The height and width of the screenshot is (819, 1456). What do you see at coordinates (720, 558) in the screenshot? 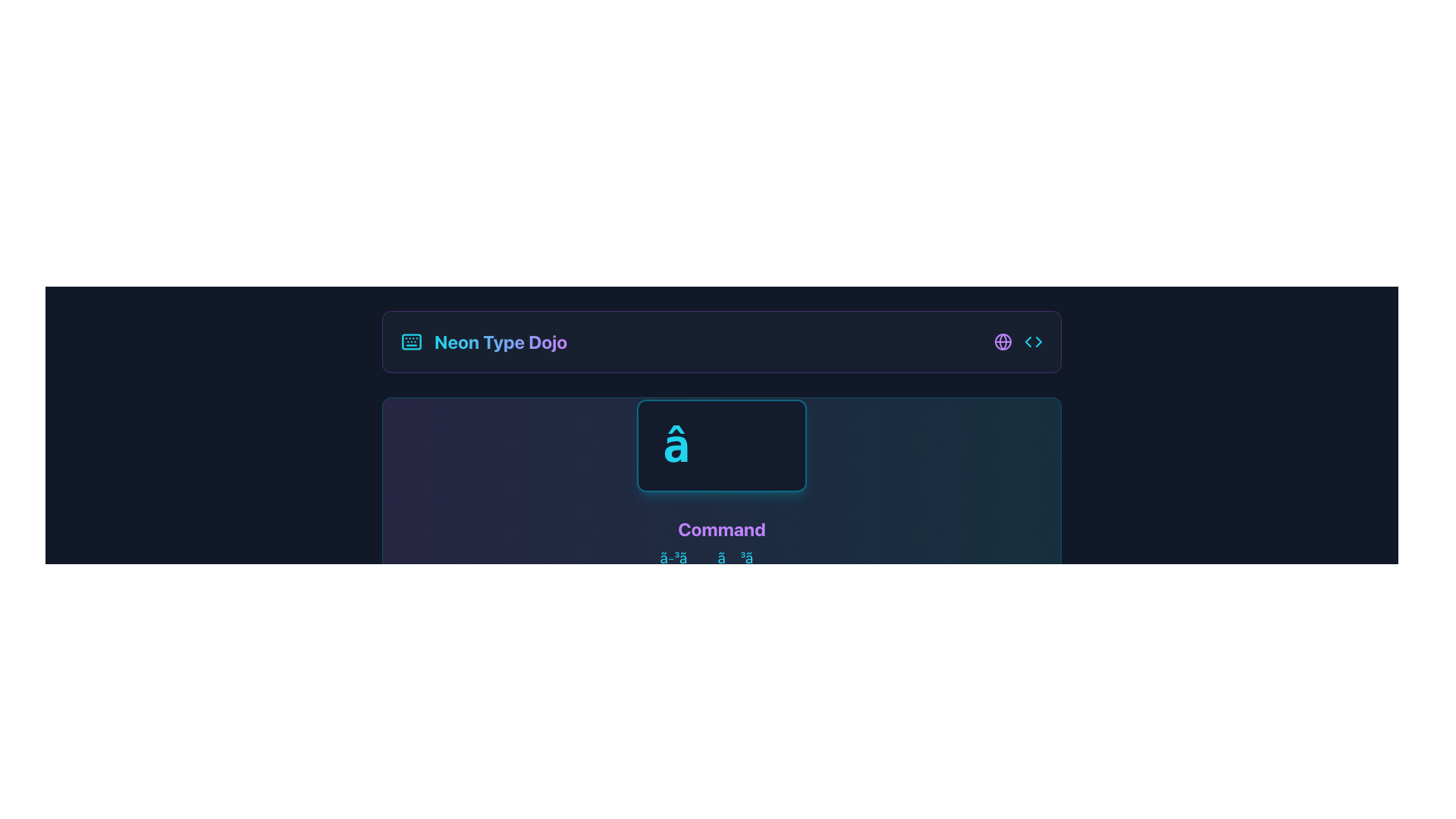
I see `the second text block rendered in large cyan font, located centrally beneath the purple 'Command' label in the lower part of the interface` at bounding box center [720, 558].